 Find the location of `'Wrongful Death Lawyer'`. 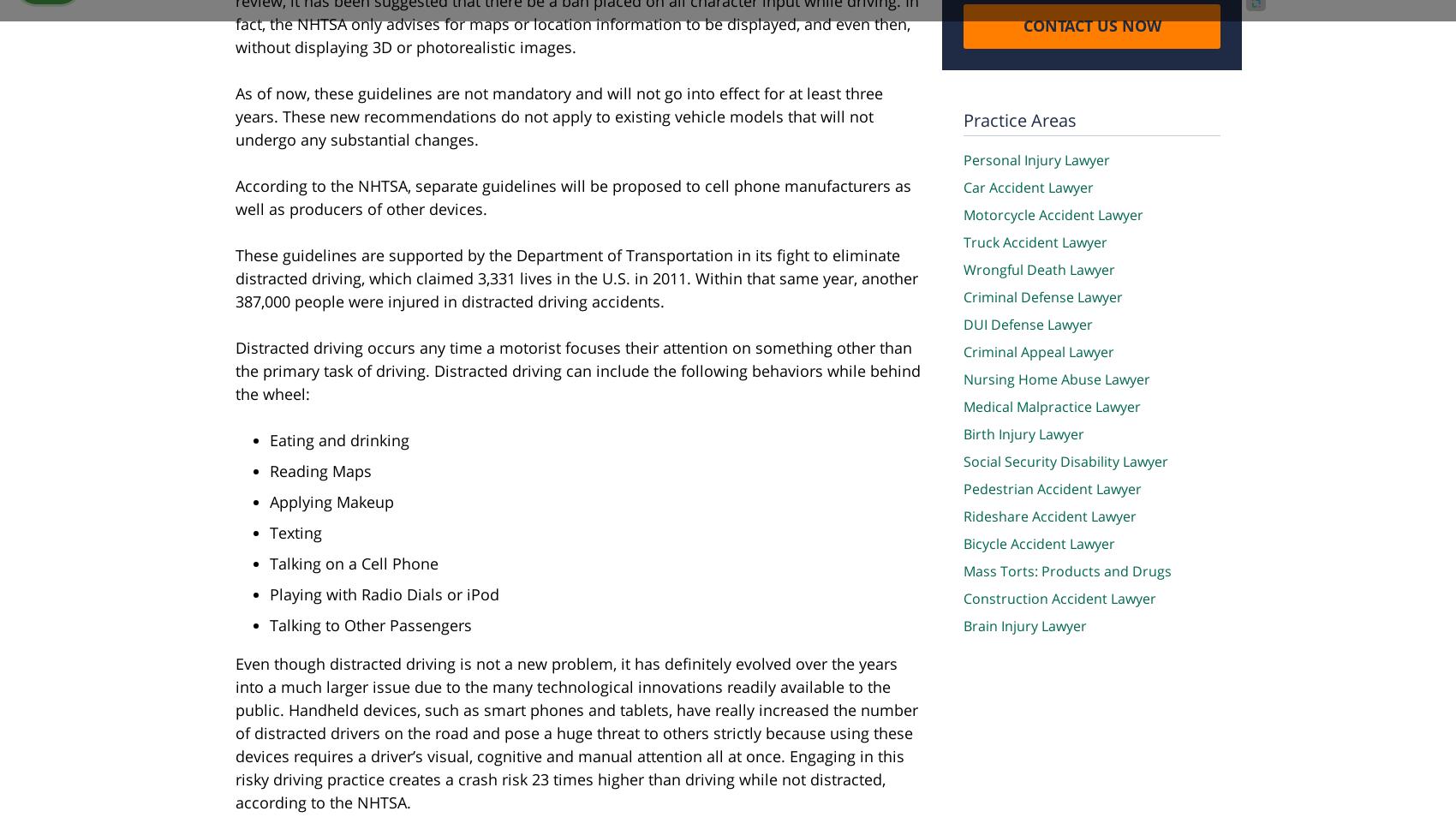

'Wrongful Death Lawyer' is located at coordinates (964, 268).